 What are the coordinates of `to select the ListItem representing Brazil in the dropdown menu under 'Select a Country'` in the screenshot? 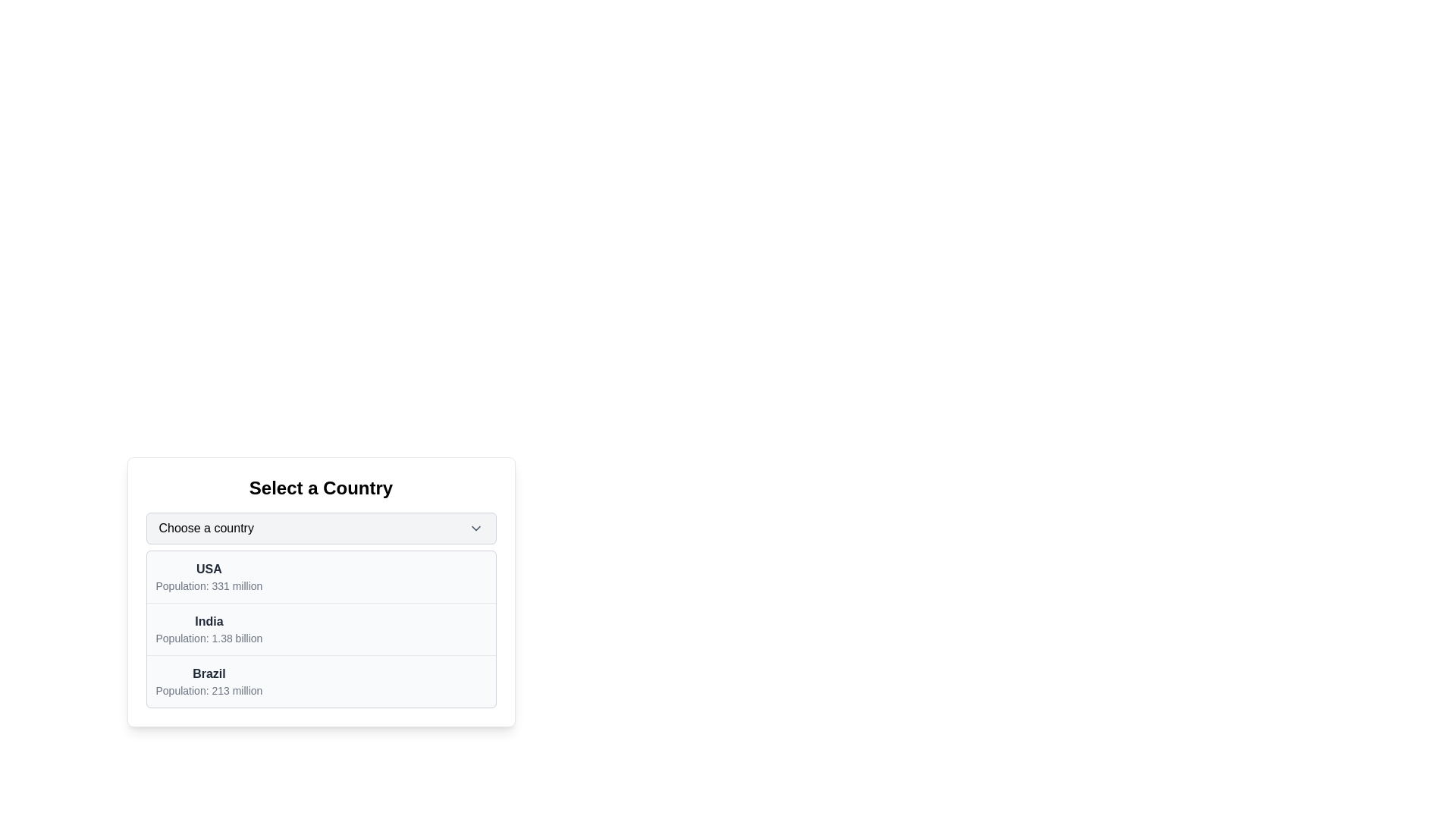 It's located at (320, 680).